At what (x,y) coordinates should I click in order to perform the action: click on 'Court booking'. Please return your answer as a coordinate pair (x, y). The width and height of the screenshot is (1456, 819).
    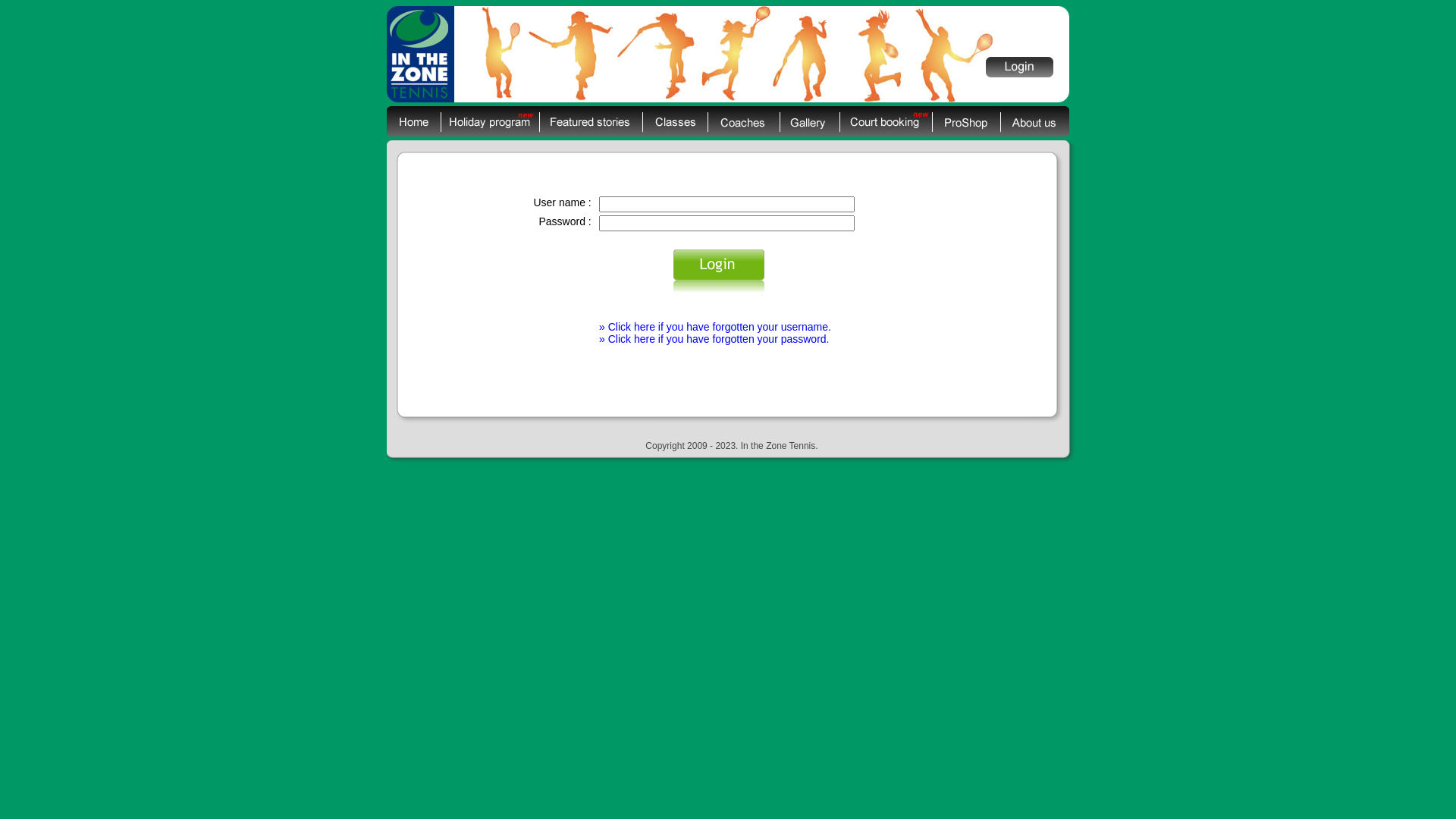
    Looking at the image, I should click on (885, 120).